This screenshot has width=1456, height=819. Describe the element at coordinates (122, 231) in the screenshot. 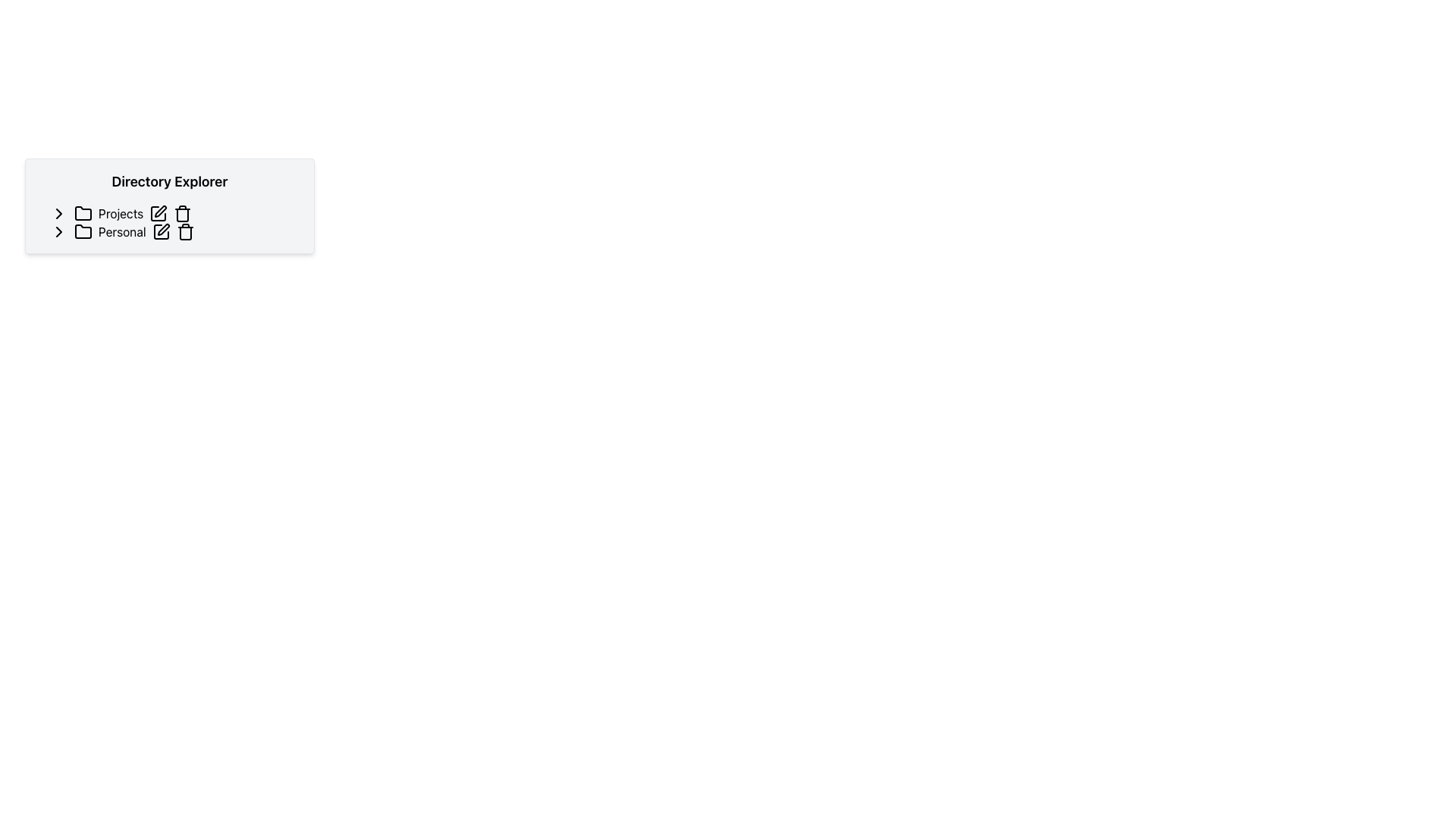

I see `the text label displaying 'Personal'` at that location.